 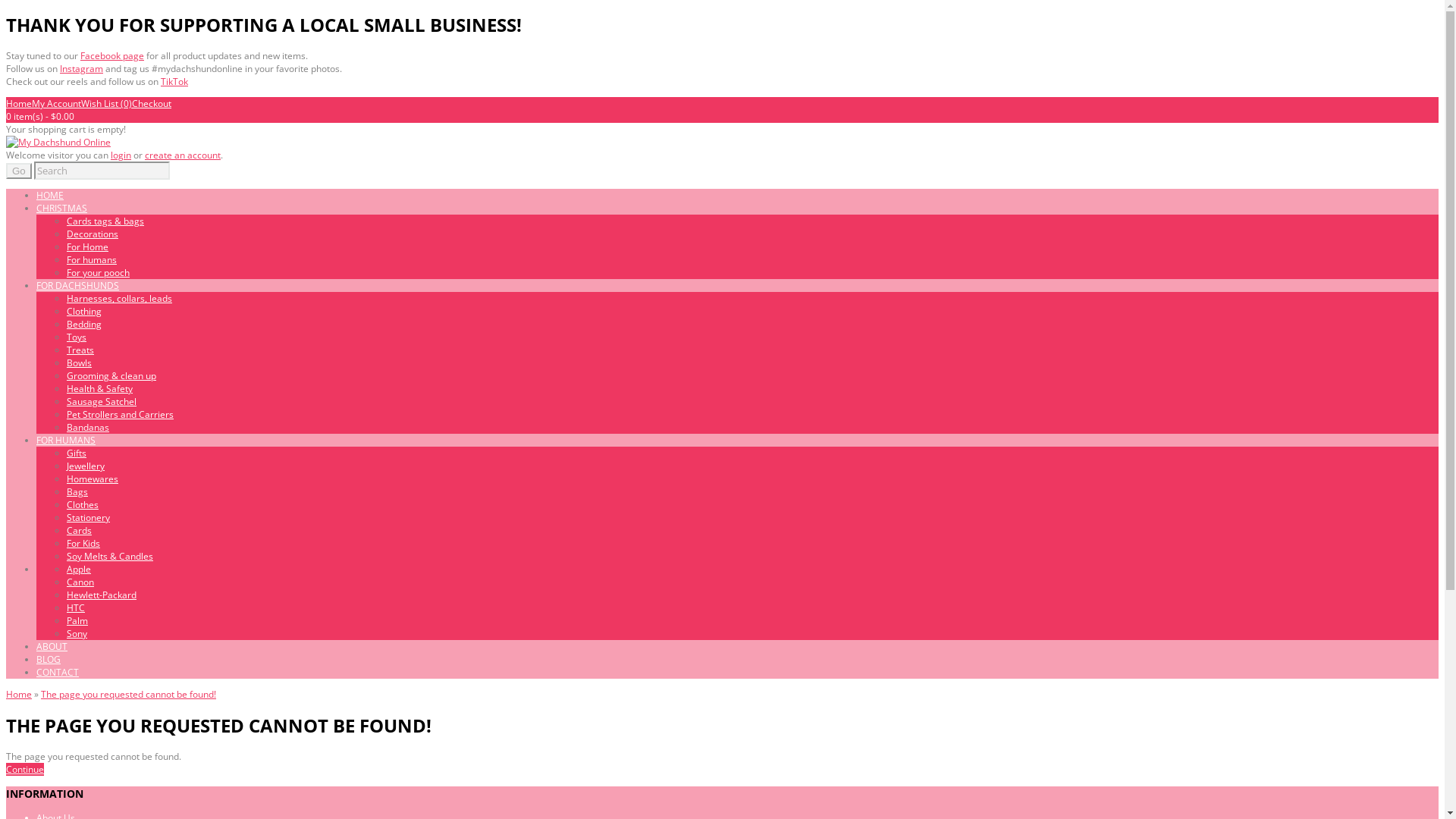 What do you see at coordinates (58, 142) in the screenshot?
I see `'My Dachshund Online'` at bounding box center [58, 142].